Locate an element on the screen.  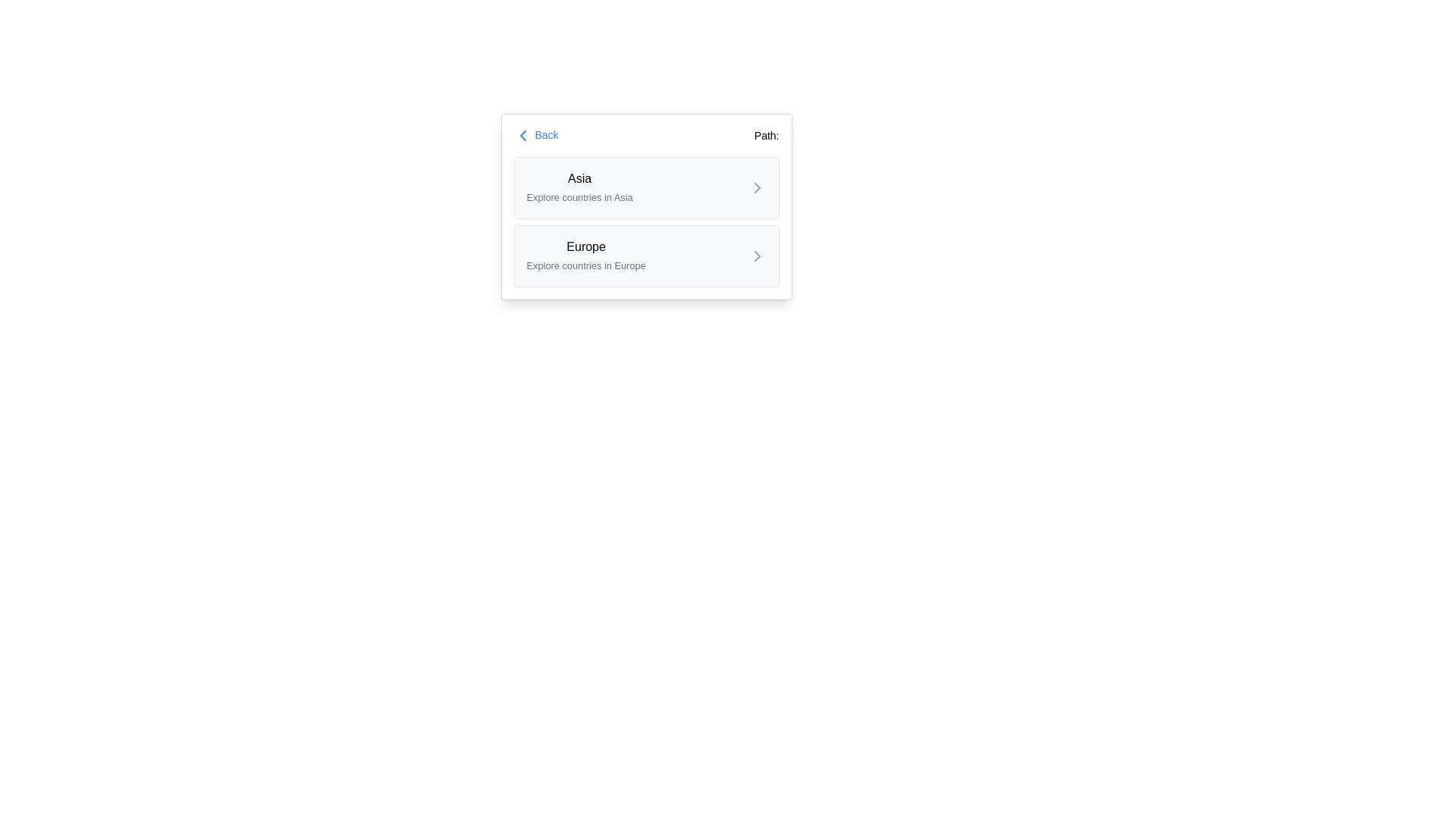
the left-pointing chevron icon used for navigation, located at the leftmost end of the navigation bar is located at coordinates (522, 134).